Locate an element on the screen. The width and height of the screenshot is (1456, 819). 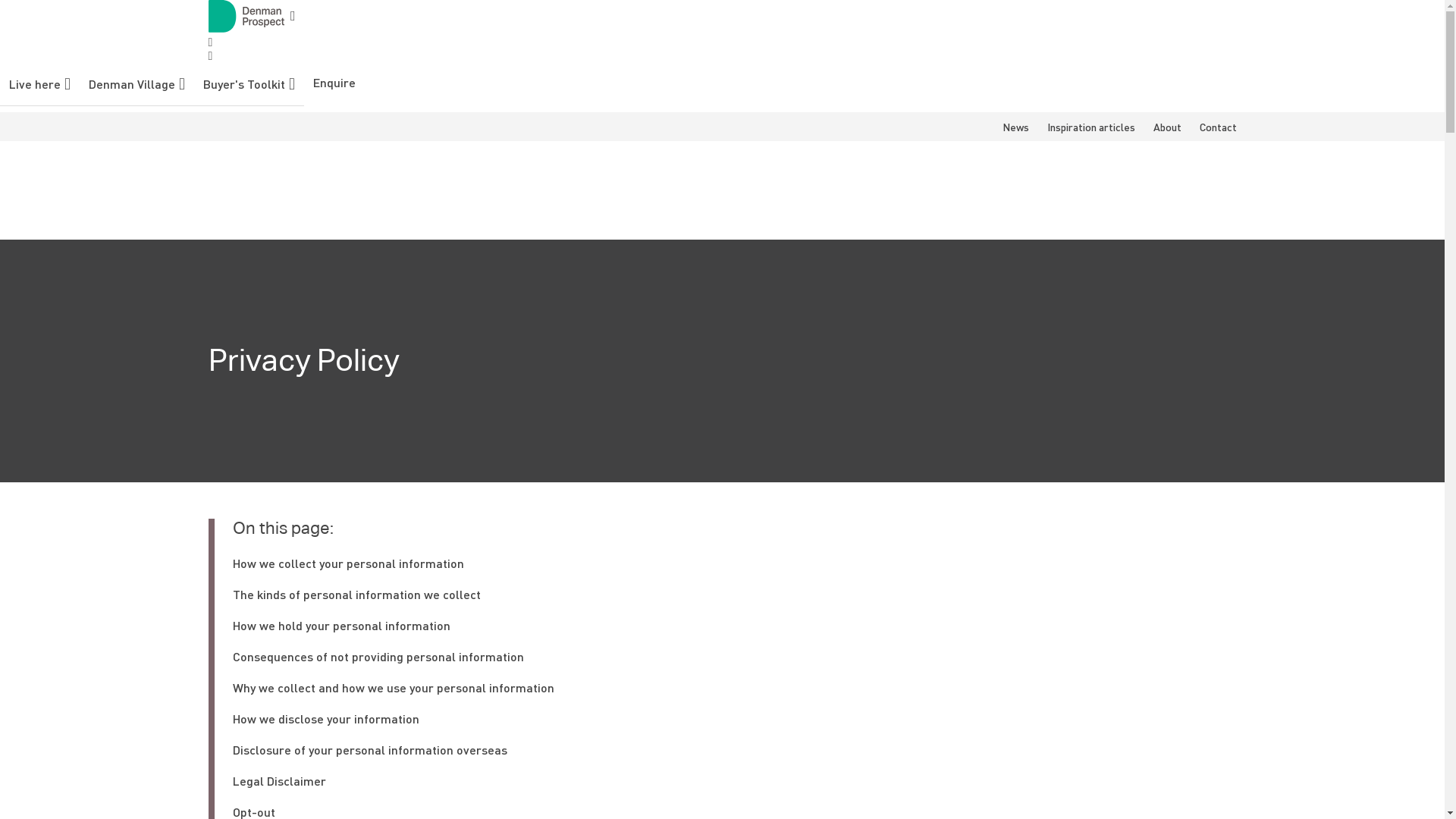
'News' is located at coordinates (1002, 125).